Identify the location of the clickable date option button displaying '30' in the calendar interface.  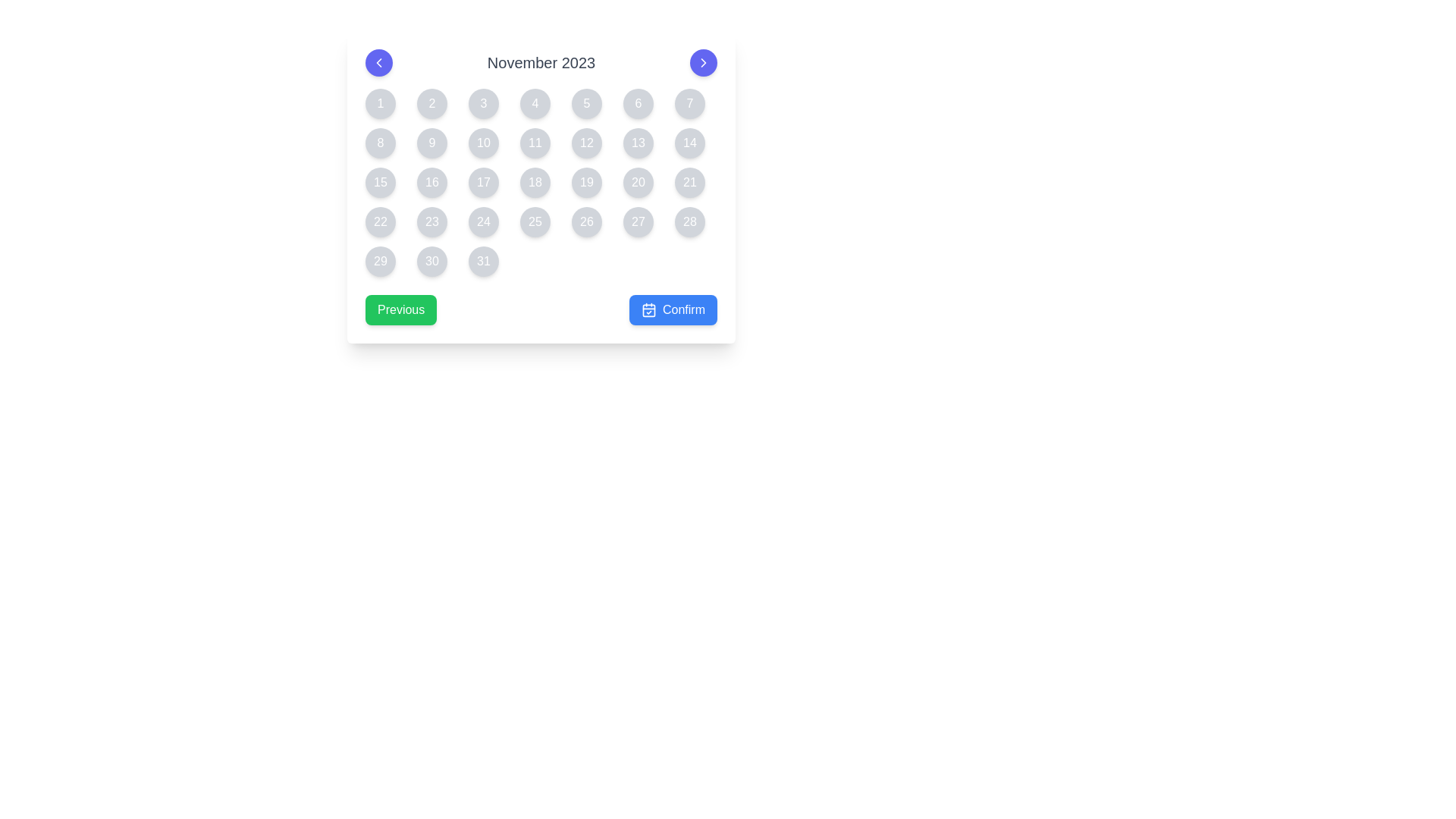
(431, 260).